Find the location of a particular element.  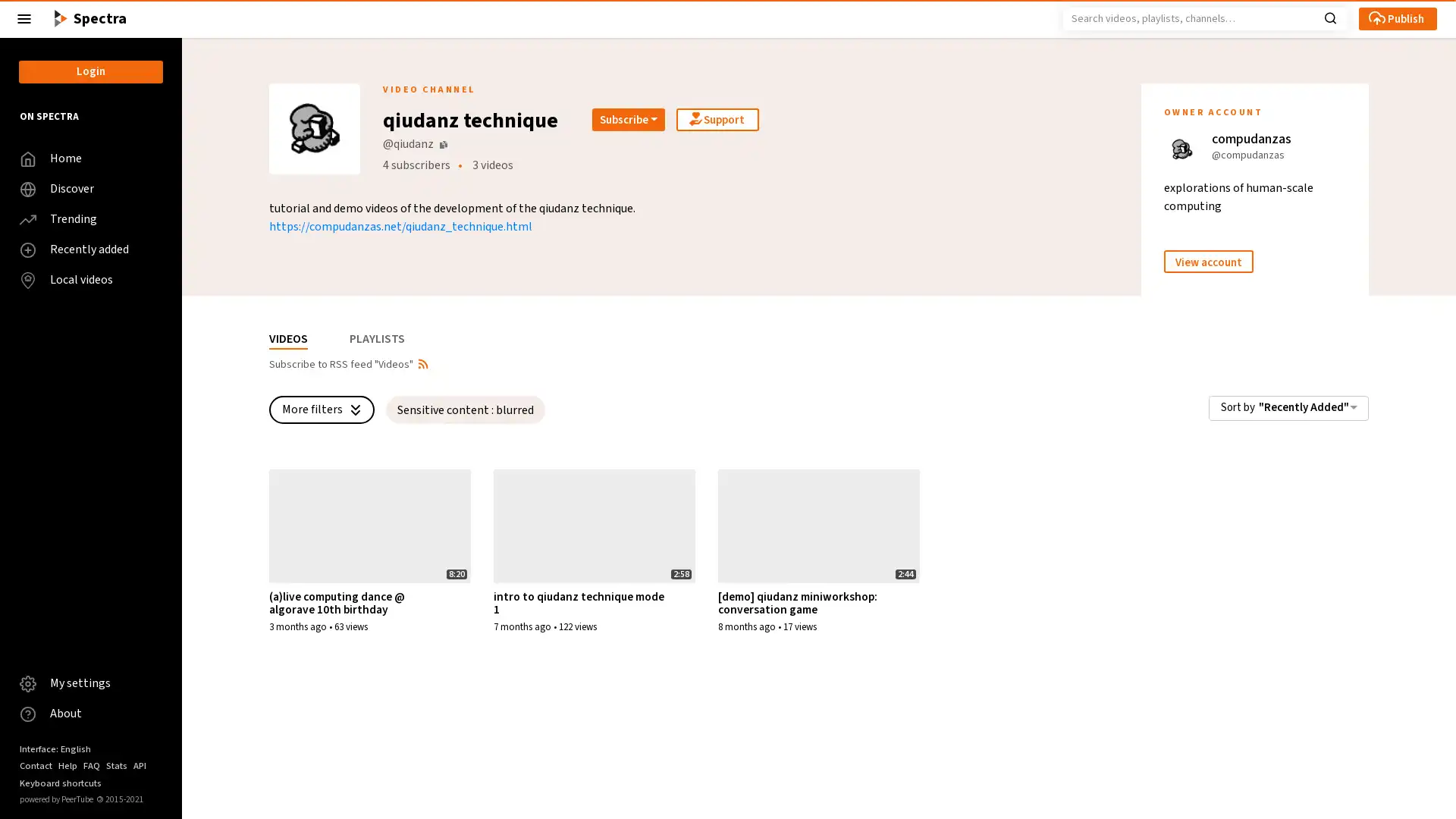

Open subscription dropdown is located at coordinates (629, 119).